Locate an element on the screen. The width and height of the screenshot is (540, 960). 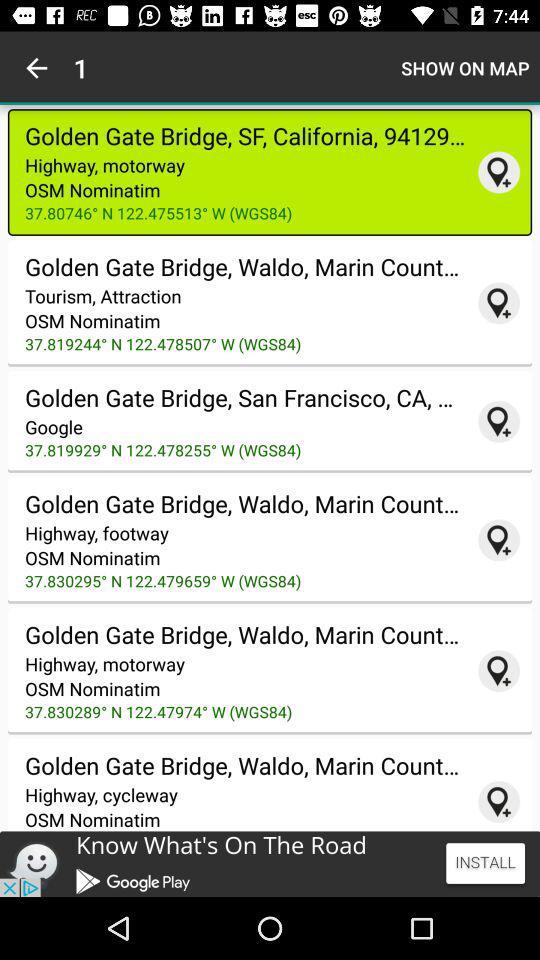
coordinates is located at coordinates (498, 671).